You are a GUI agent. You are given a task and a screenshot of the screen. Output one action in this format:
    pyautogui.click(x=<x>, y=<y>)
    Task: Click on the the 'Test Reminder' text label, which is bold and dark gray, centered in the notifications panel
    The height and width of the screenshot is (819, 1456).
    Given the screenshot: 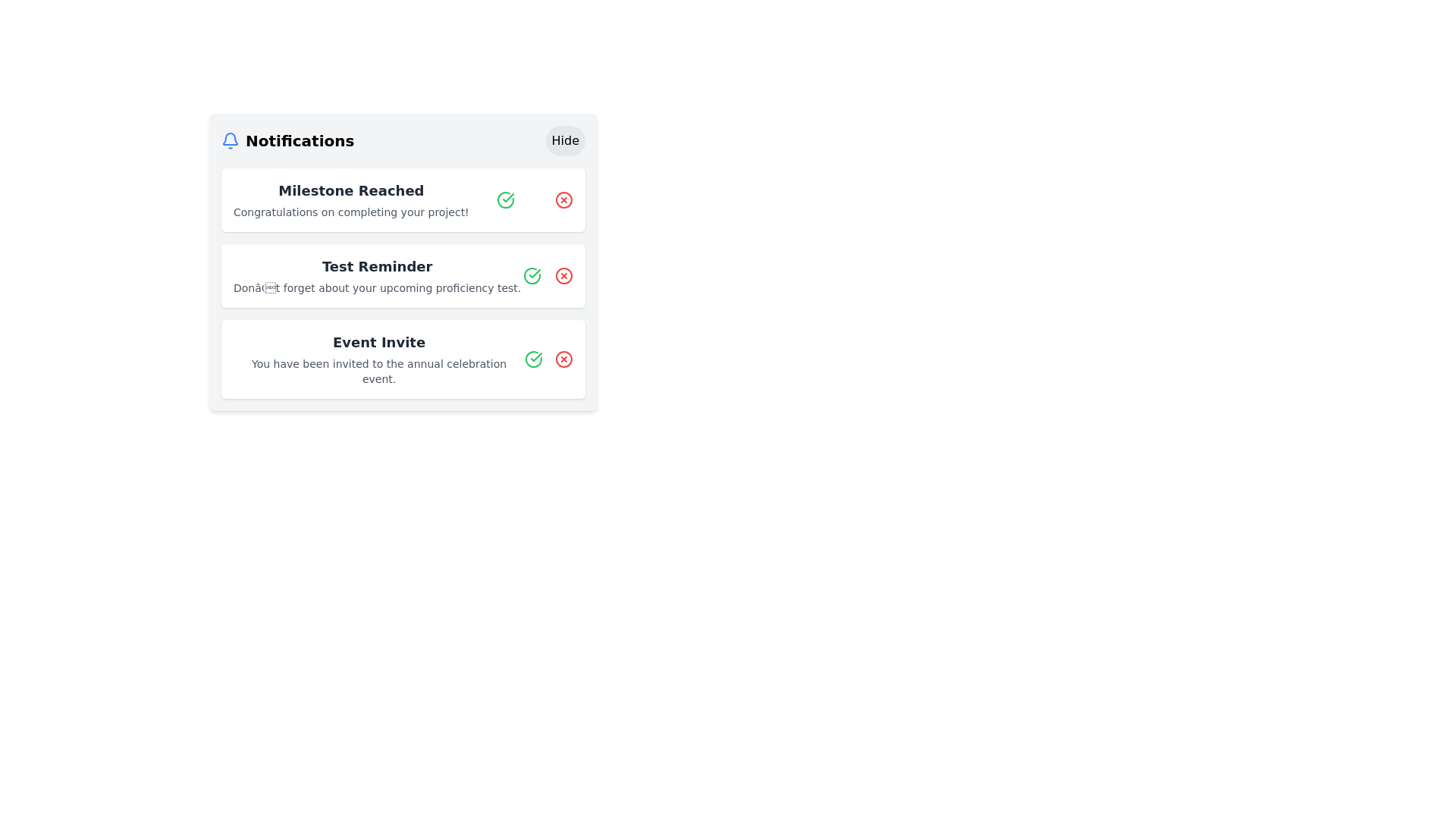 What is the action you would take?
    pyautogui.click(x=377, y=265)
    